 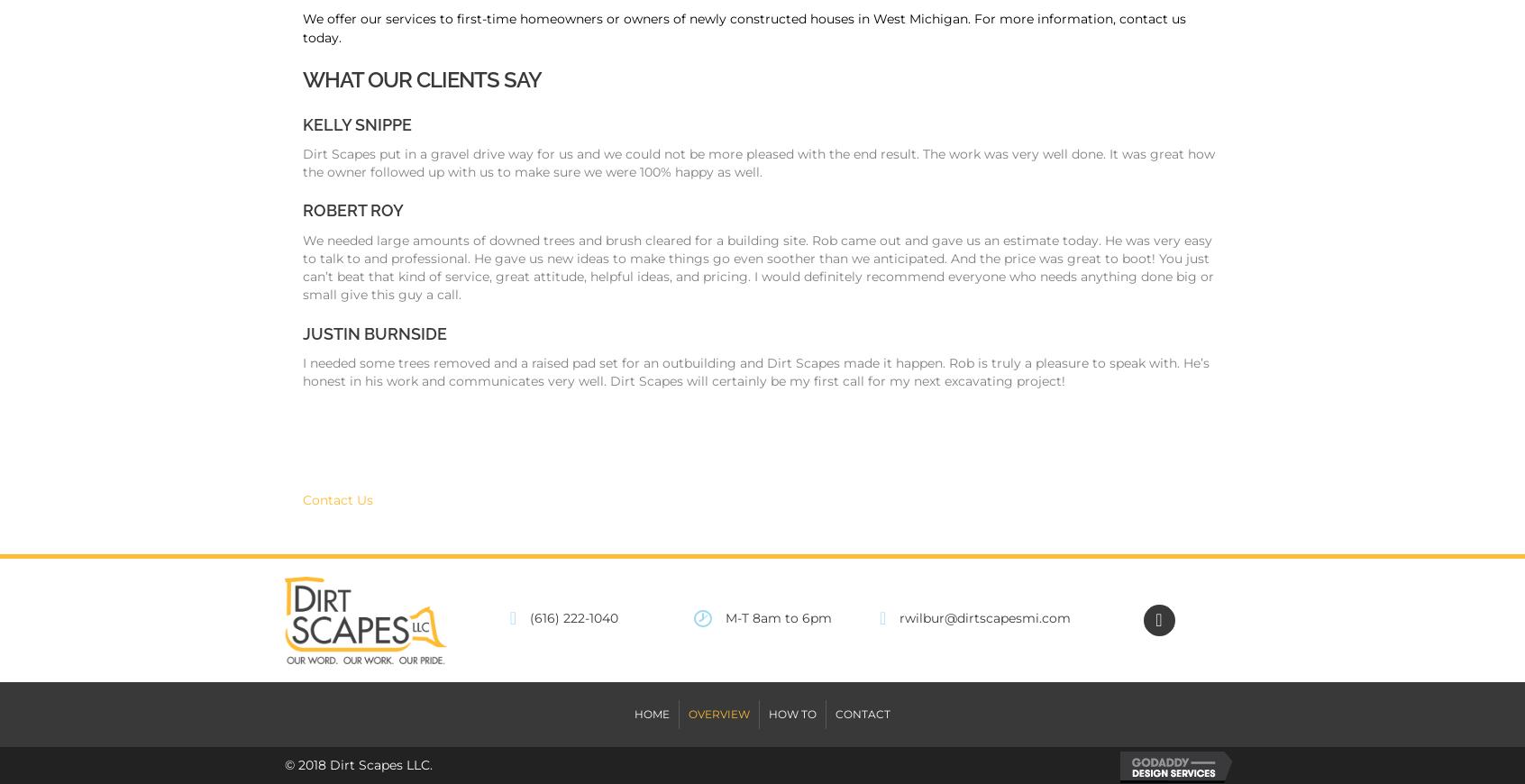 I want to click on 'I needed some trees removed and a raised pad set for an outbuilding and Dirt Scapes made it happen. Rob is truly a pleasure to speak with. He’s honest in his work and communicates very well. Dirt Scapes will certainly be my first call for my next excavating project!', so click(x=302, y=371).